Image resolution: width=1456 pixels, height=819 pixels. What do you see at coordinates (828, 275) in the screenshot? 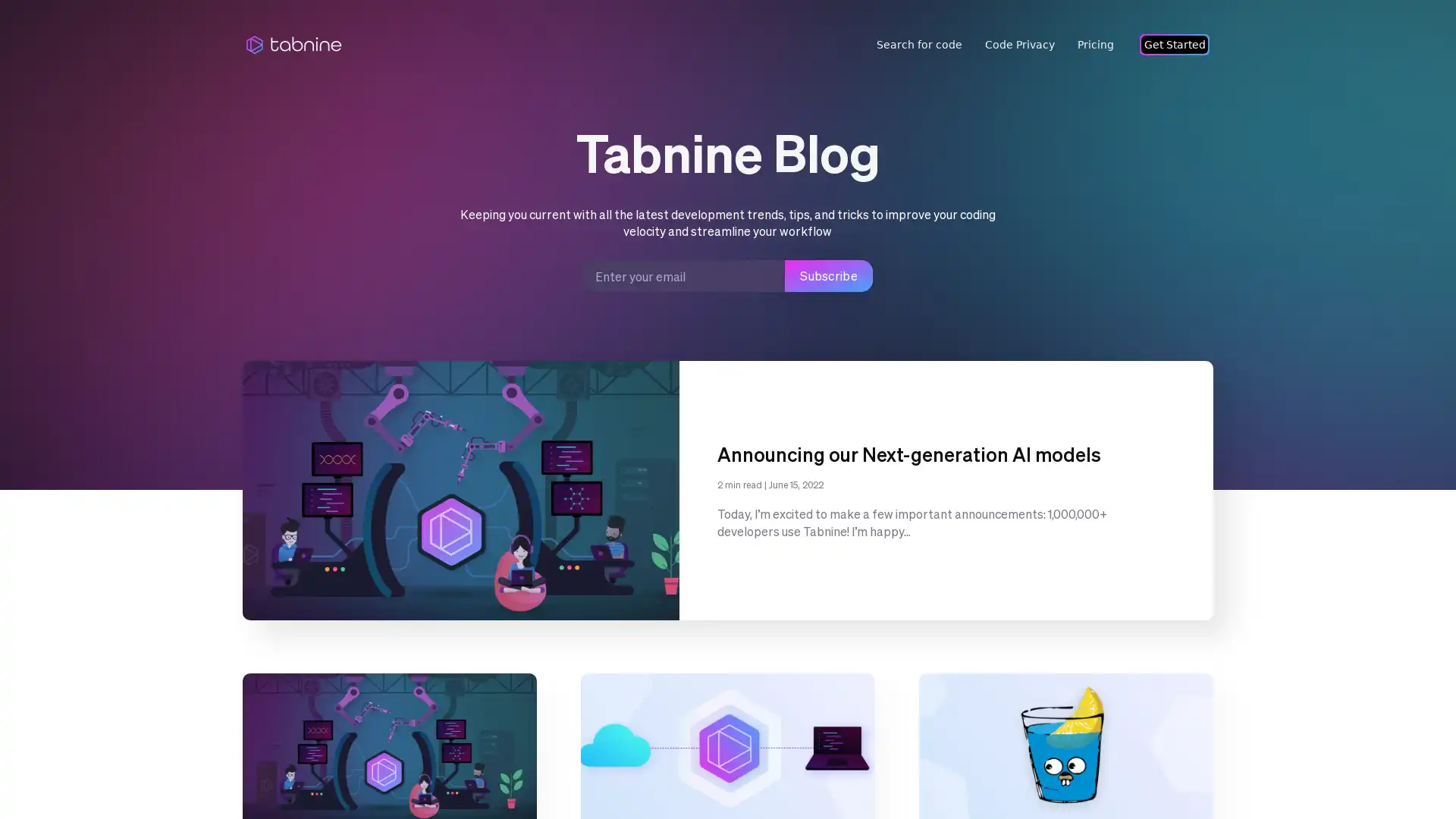
I see `Subscribe` at bounding box center [828, 275].